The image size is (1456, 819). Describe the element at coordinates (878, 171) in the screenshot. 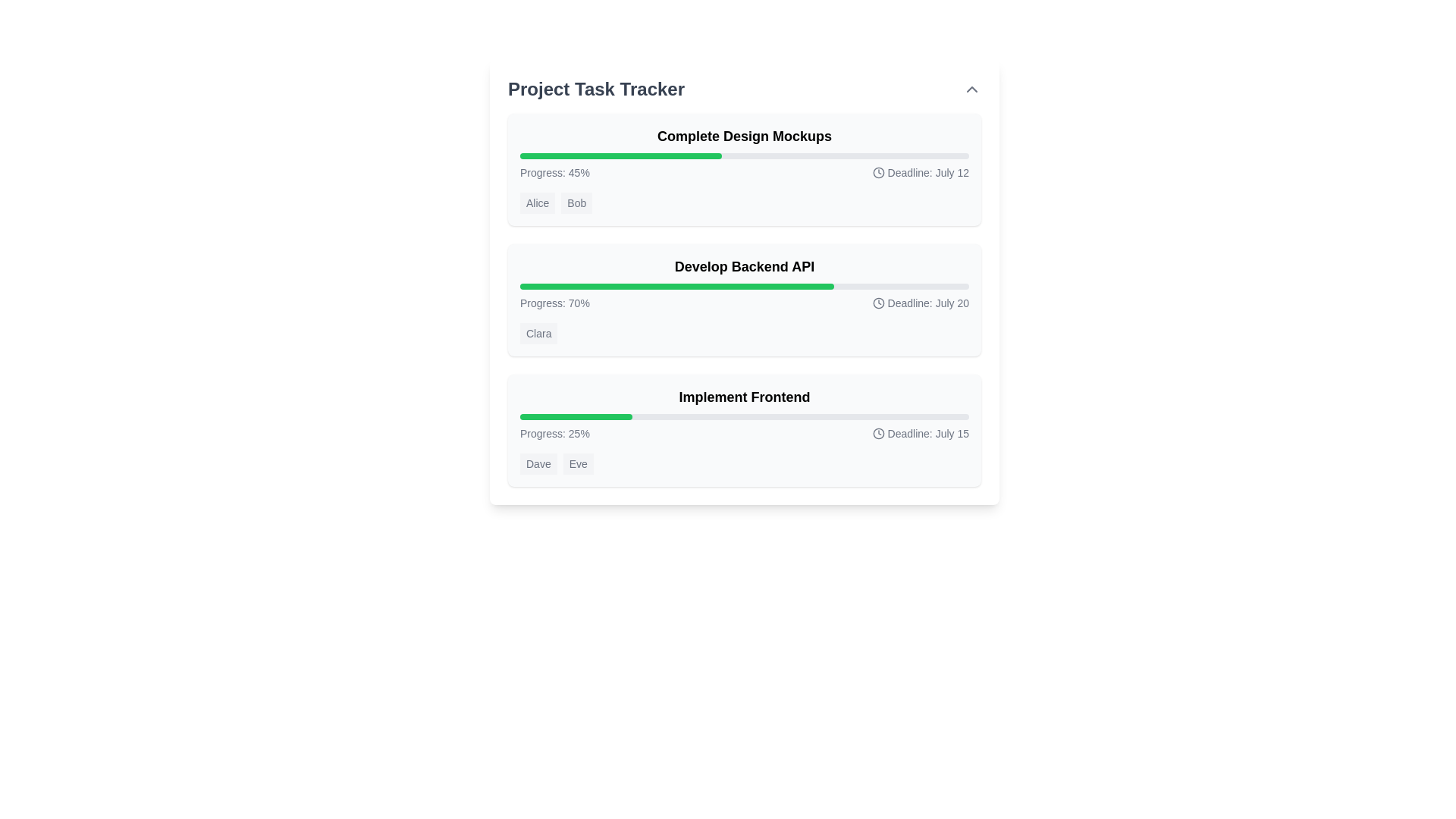

I see `the clock icon that indicates the deadline, which is located to the left of the text 'Deadline: July 12' in the top section of the interface` at that location.